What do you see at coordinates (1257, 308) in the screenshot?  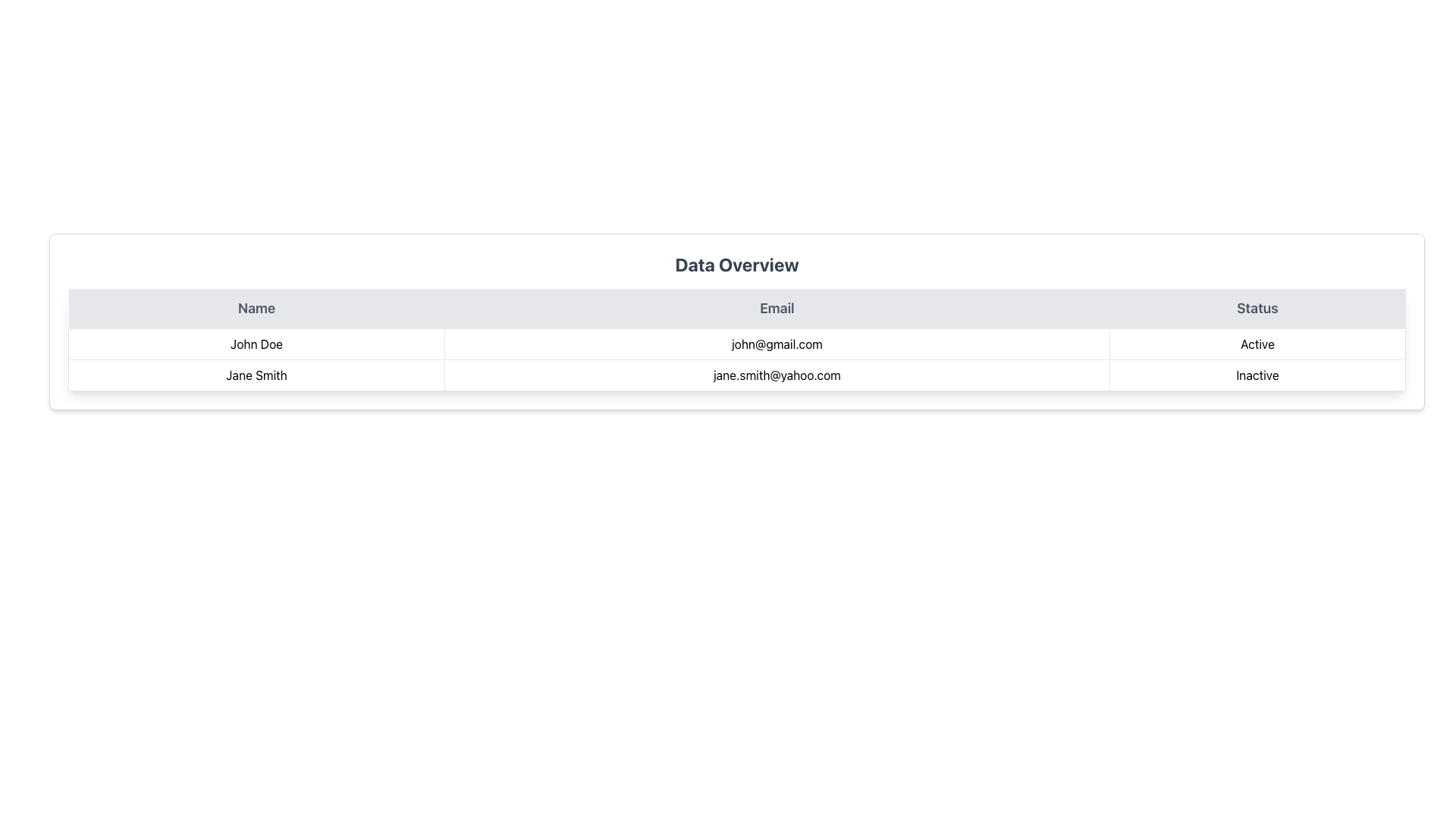 I see `the 'Status' column header, which is the third header in a row labeled 'Name', 'Email', and 'Status', located in the top-right portion of the table` at bounding box center [1257, 308].